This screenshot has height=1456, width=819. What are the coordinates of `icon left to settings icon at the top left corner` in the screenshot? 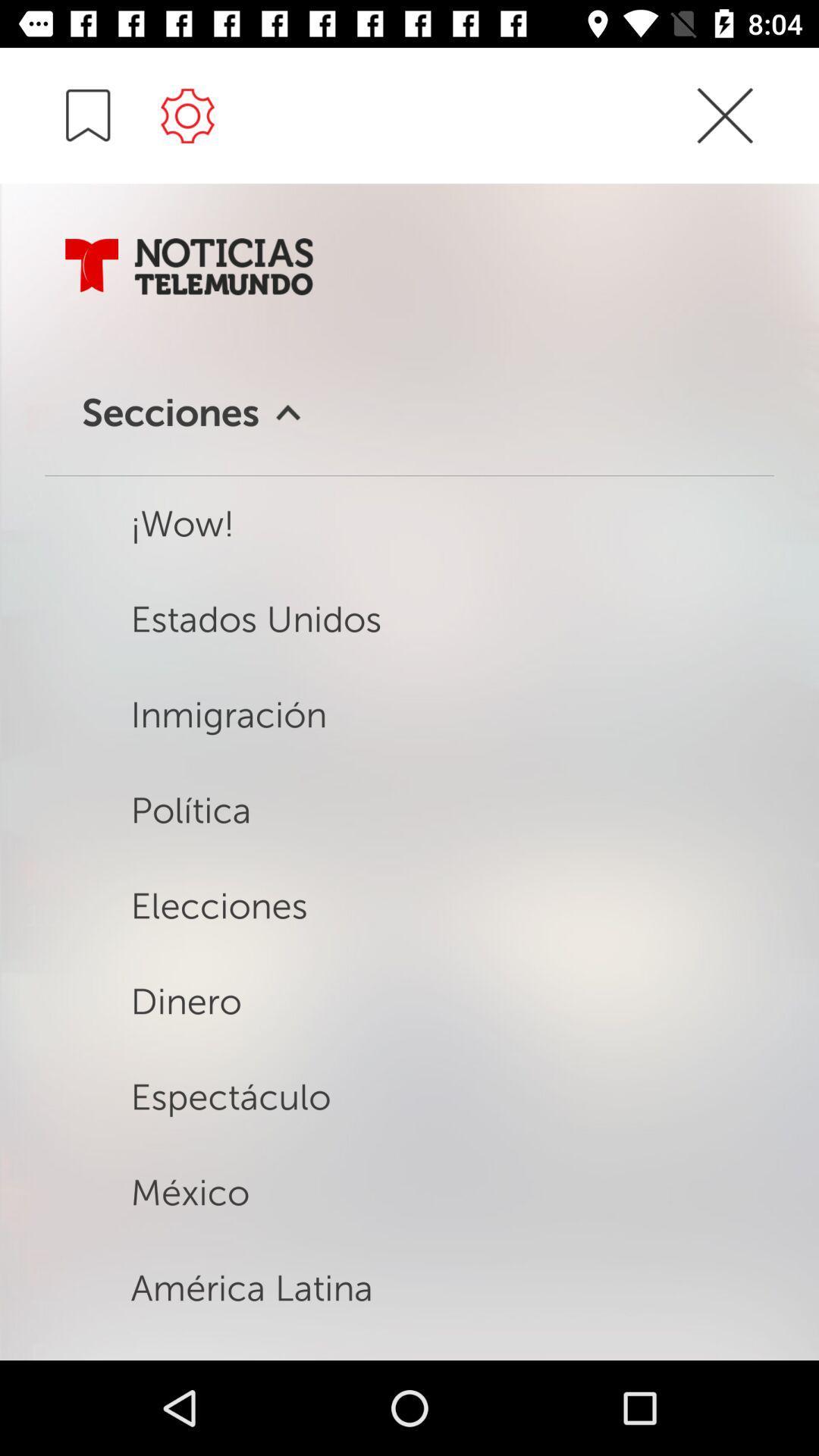 It's located at (88, 115).